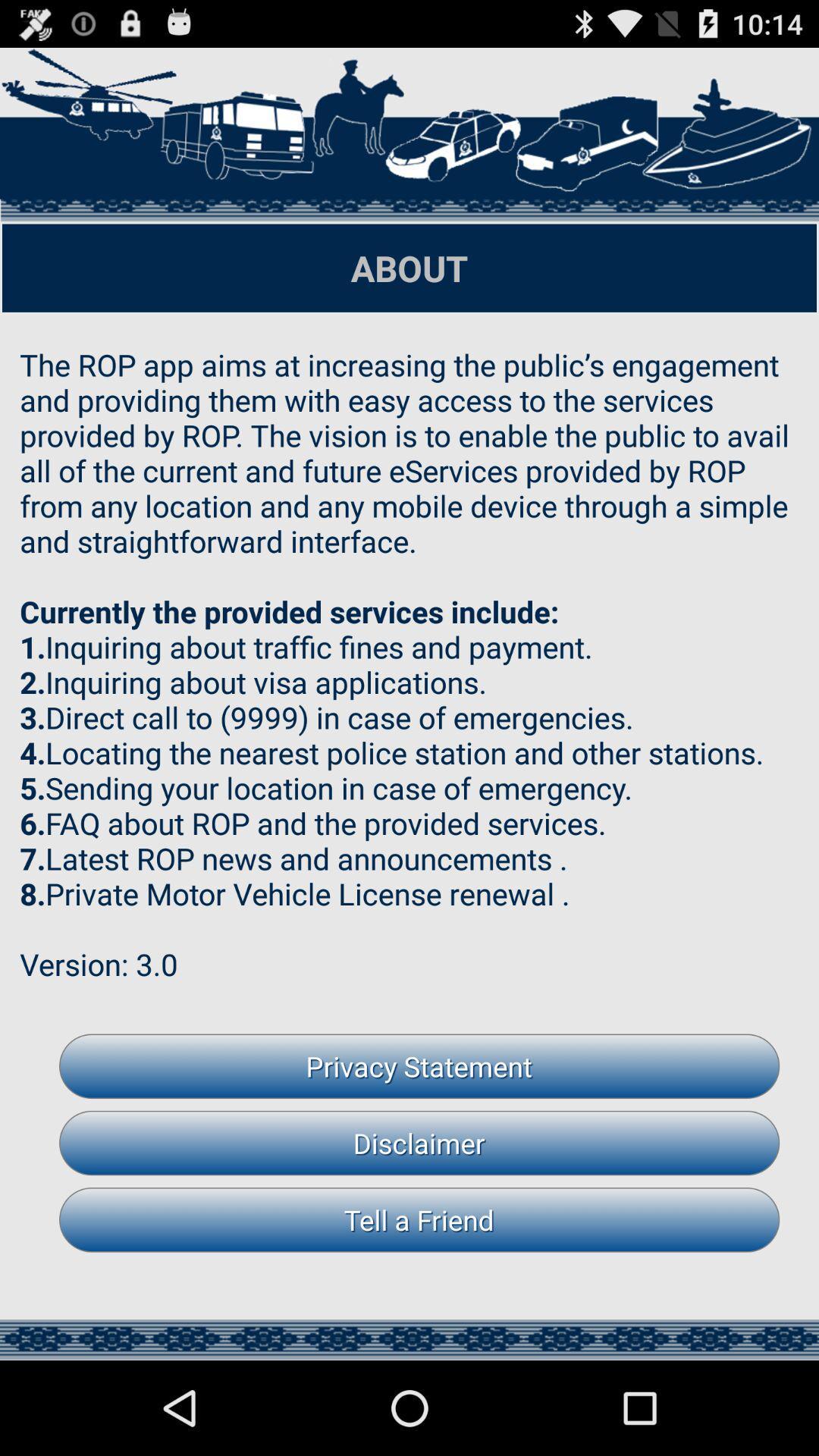  What do you see at coordinates (419, 1219) in the screenshot?
I see `tell a friend button` at bounding box center [419, 1219].